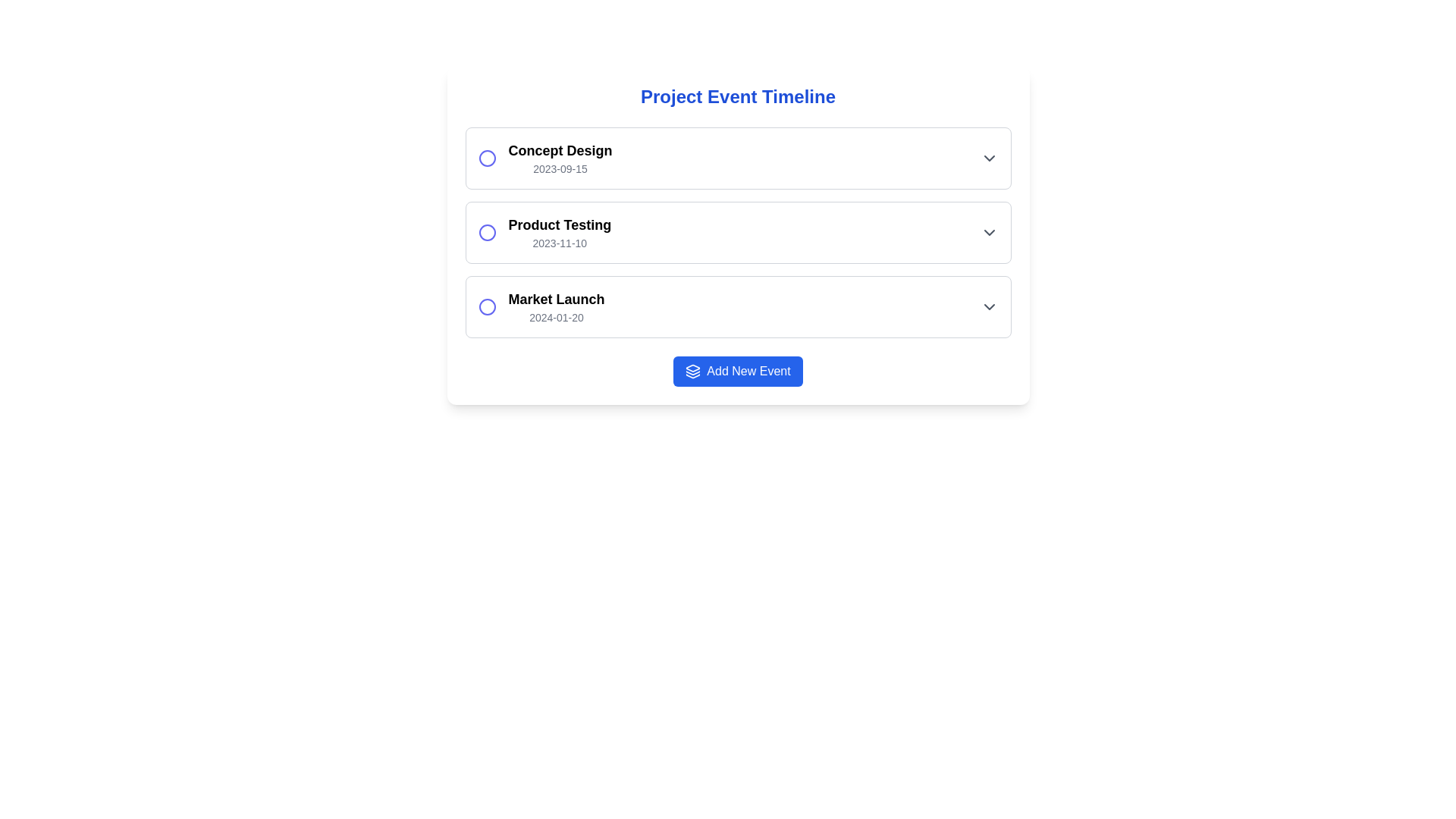  What do you see at coordinates (544, 233) in the screenshot?
I see `the second list item labeled 'Product Testing' with a blue outlined circular icon and a timestamp '2023-11-10' located under the 'Project Event Timeline' heading` at bounding box center [544, 233].